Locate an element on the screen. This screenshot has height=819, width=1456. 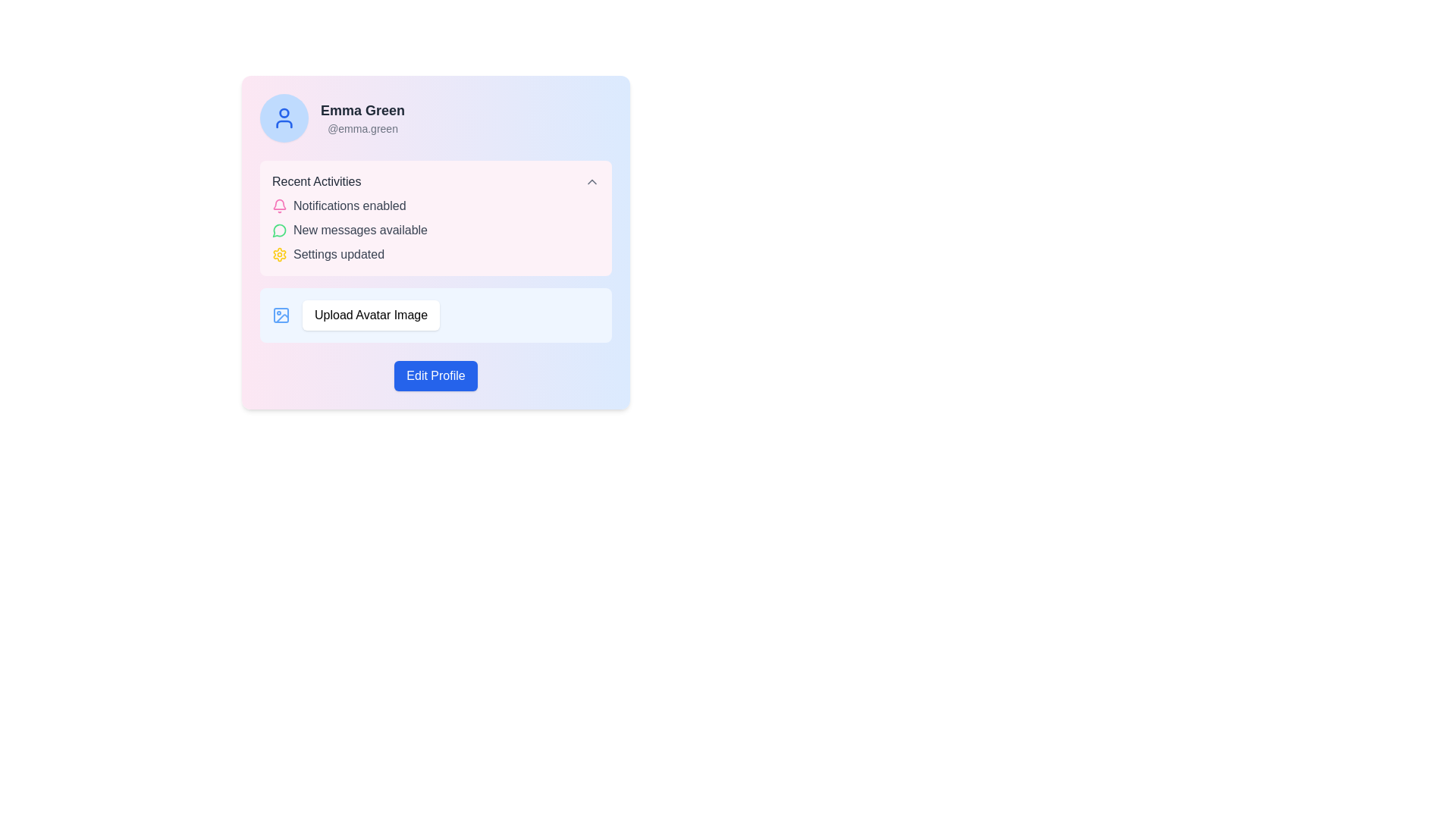
the informative text label indicating that notifications are enabled, located inside the 'Recent Activities' section, positioned to the right of the pink bell icon is located at coordinates (349, 206).